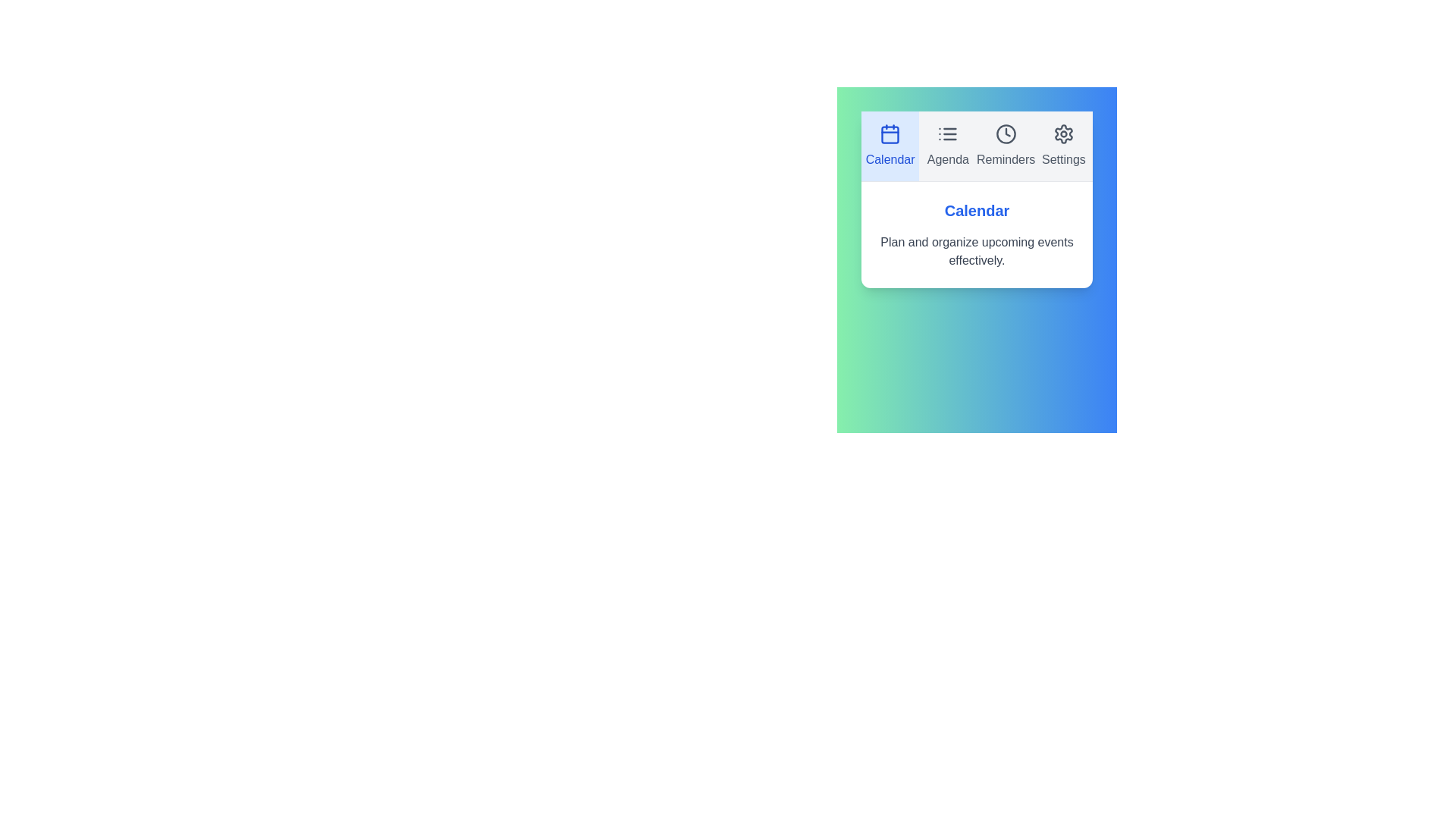 The width and height of the screenshot is (1456, 819). I want to click on the Settings tab to view its content, so click(1062, 146).